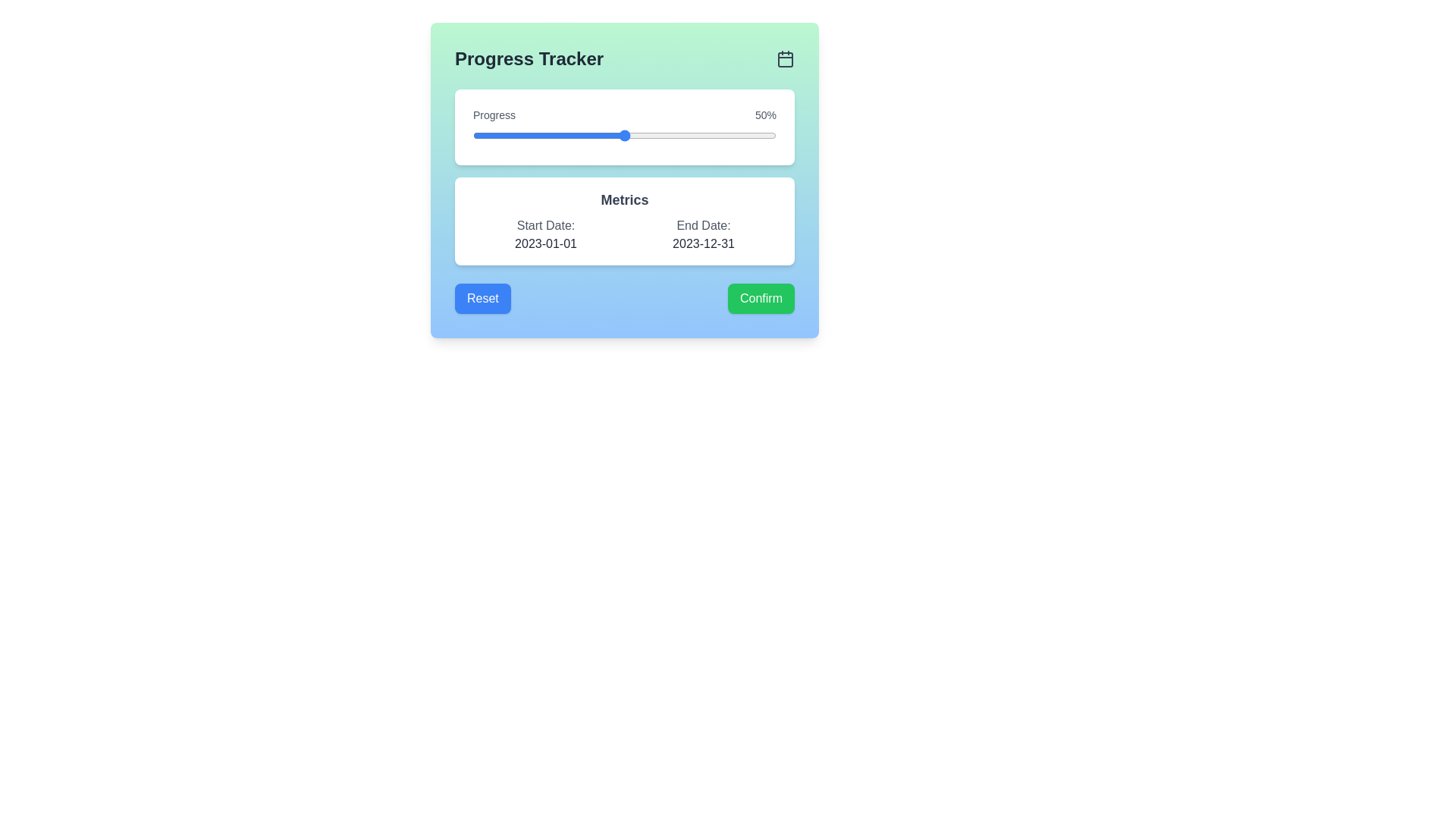  What do you see at coordinates (539, 134) in the screenshot?
I see `the slider value` at bounding box center [539, 134].